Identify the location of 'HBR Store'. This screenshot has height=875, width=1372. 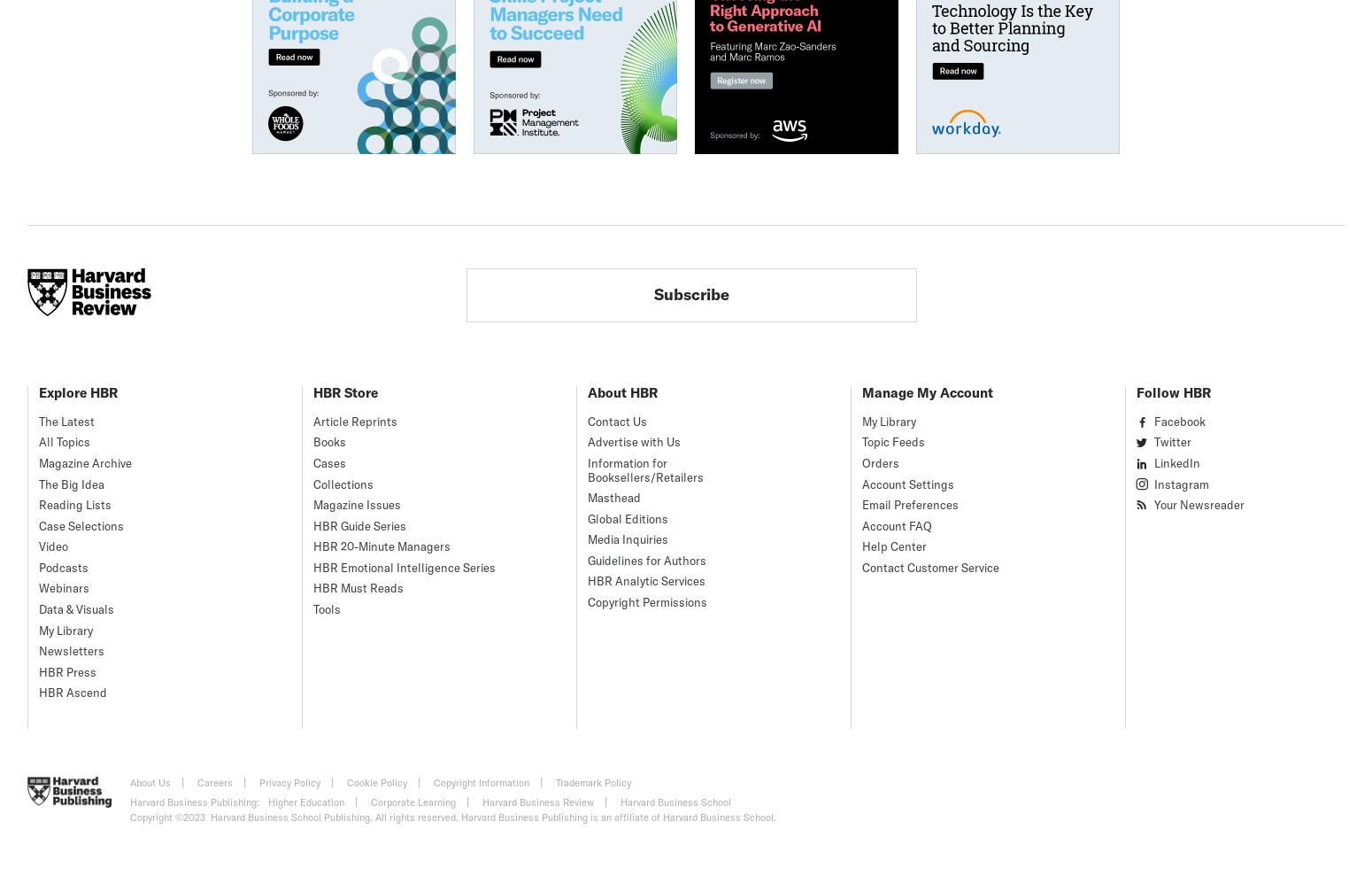
(345, 391).